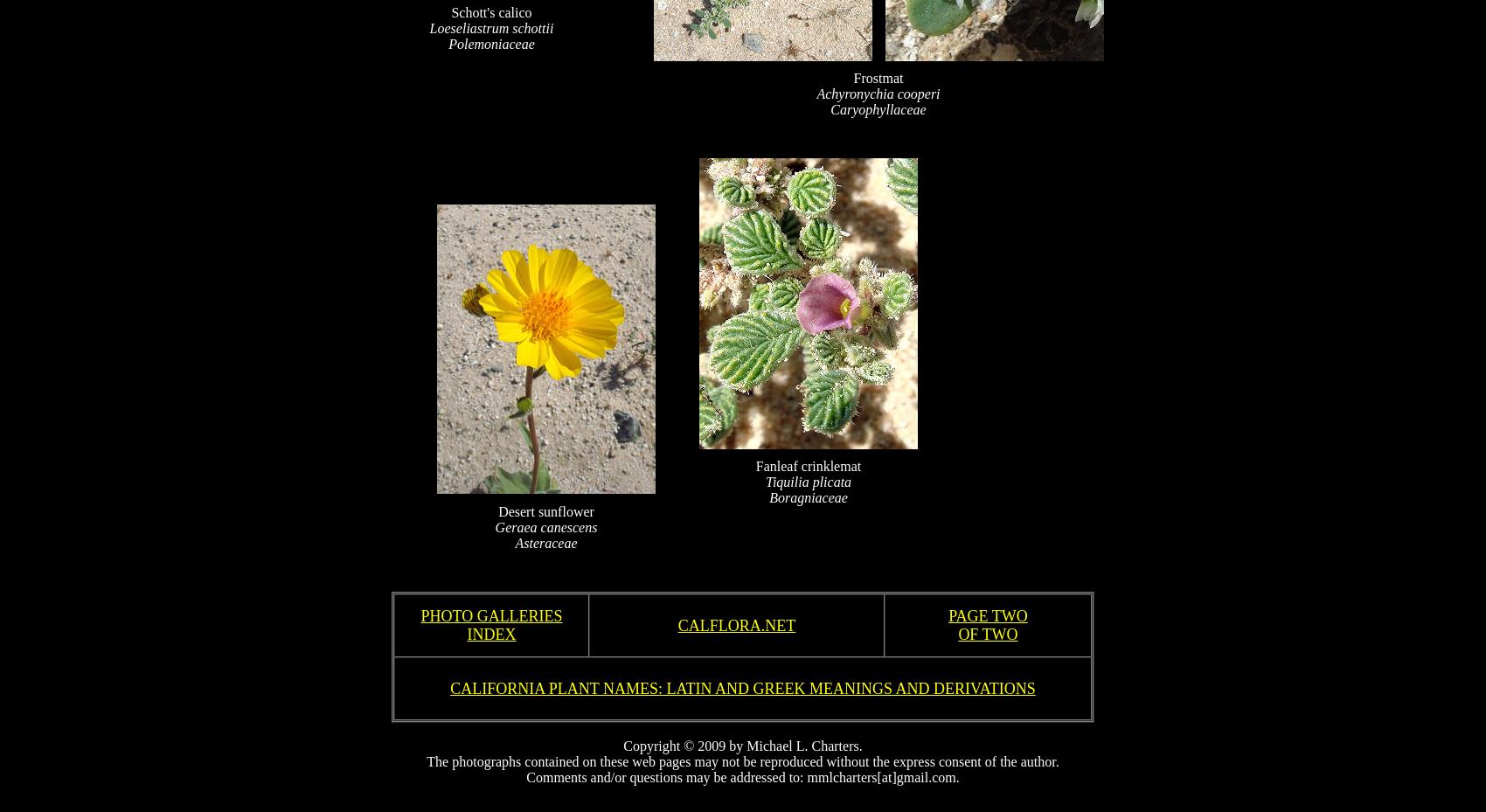 The width and height of the screenshot is (1486, 812). Describe the element at coordinates (877, 108) in the screenshot. I see `'Caryophyllaceae'` at that location.